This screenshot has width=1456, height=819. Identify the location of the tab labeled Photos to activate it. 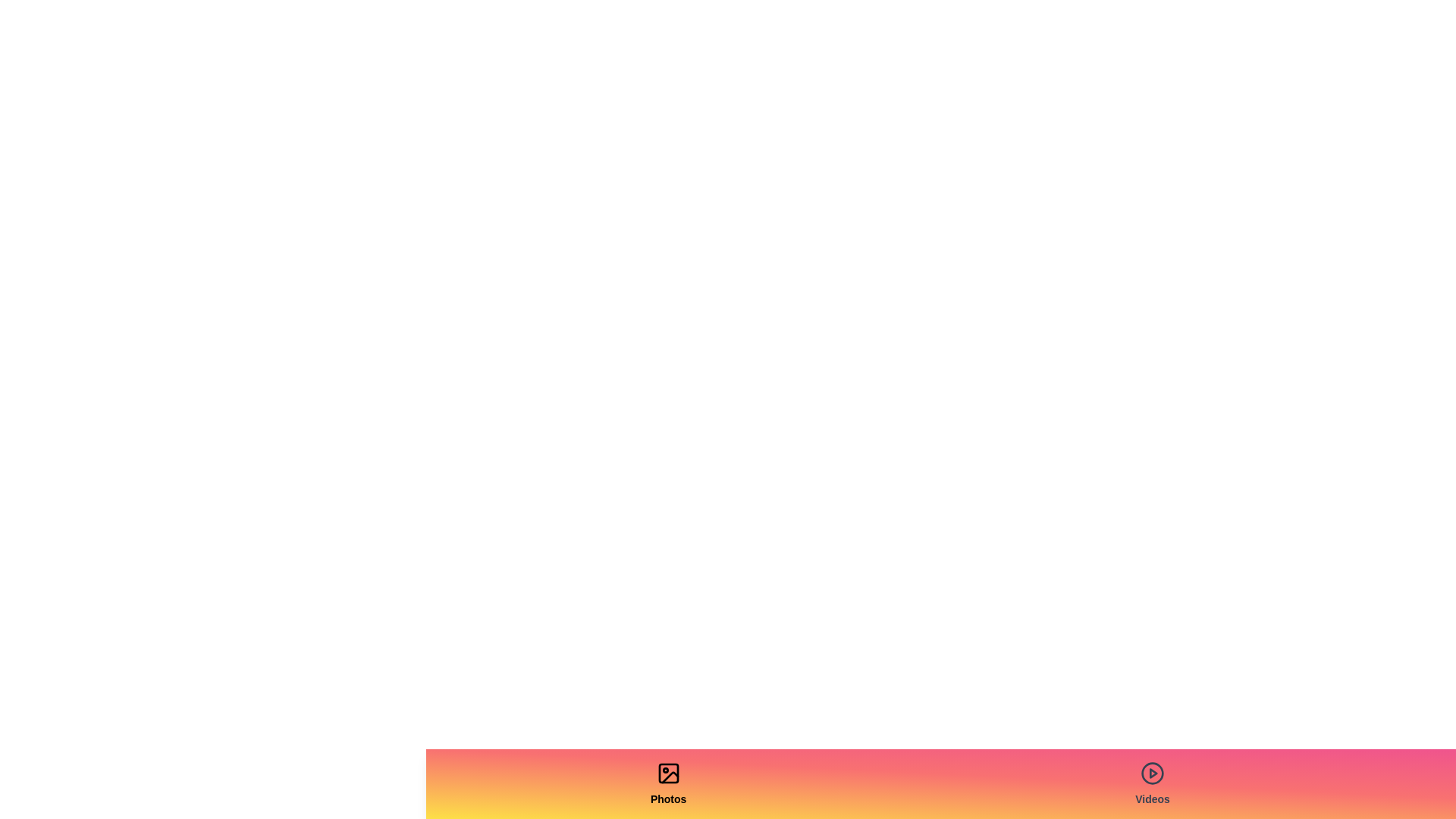
(667, 783).